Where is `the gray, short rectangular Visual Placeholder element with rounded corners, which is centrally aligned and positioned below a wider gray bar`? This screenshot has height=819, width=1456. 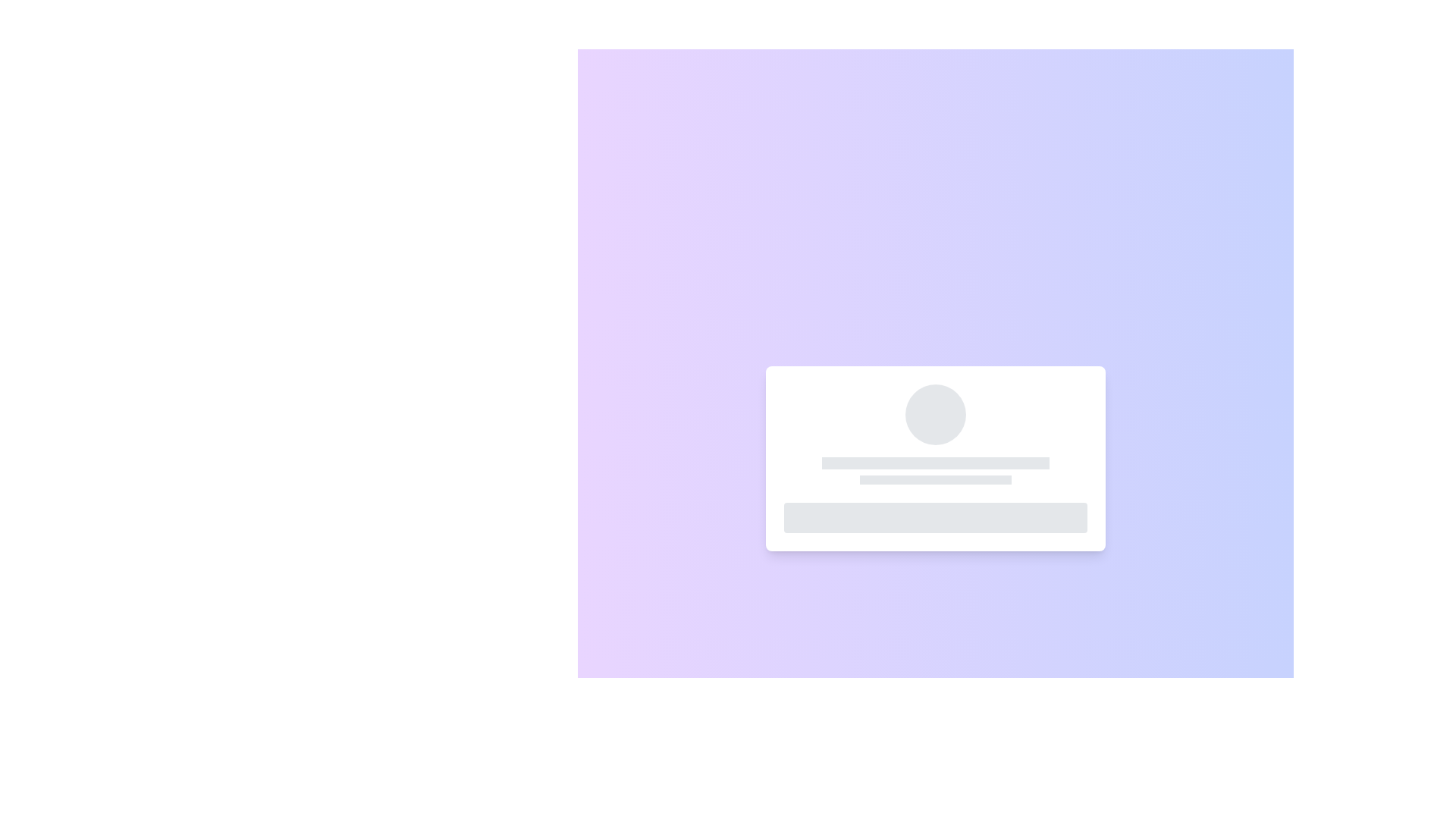 the gray, short rectangular Visual Placeholder element with rounded corners, which is centrally aligned and positioned below a wider gray bar is located at coordinates (934, 479).